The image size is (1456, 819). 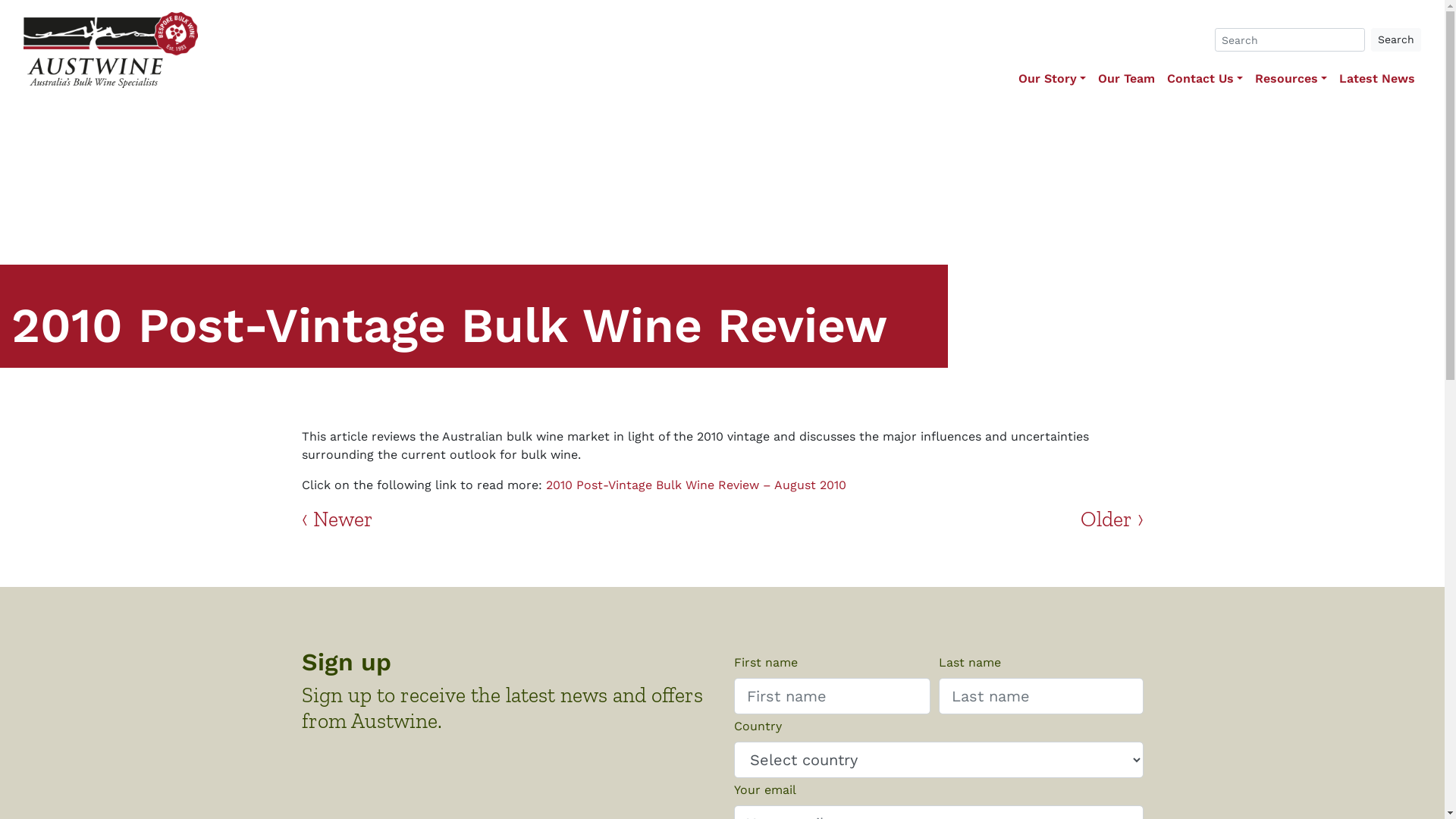 I want to click on 'Latest News', so click(x=1376, y=79).